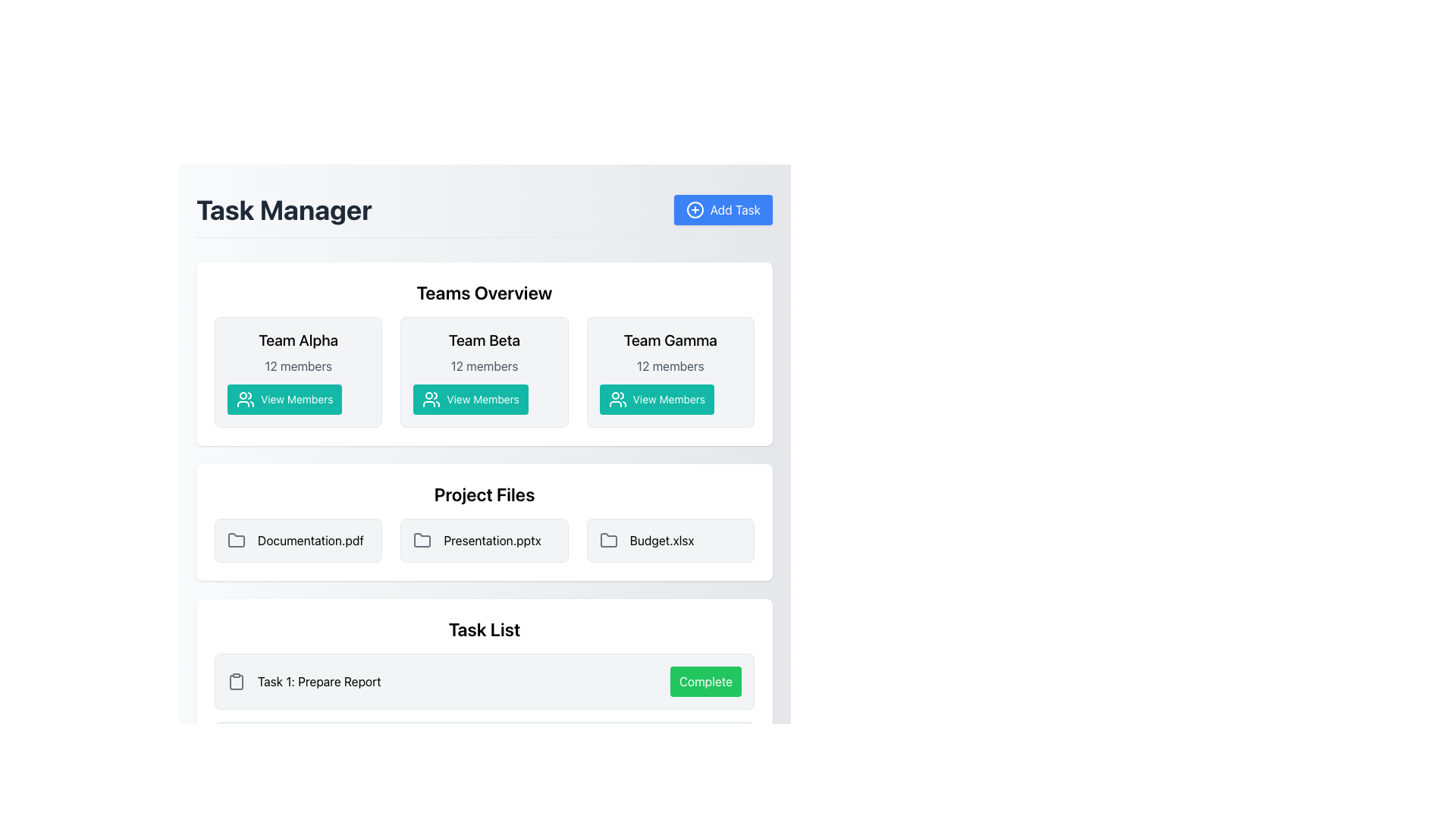  What do you see at coordinates (246, 399) in the screenshot?
I see `the icon representing the 'View Members' button located at the bottom section of the 'Team Alpha' card` at bounding box center [246, 399].